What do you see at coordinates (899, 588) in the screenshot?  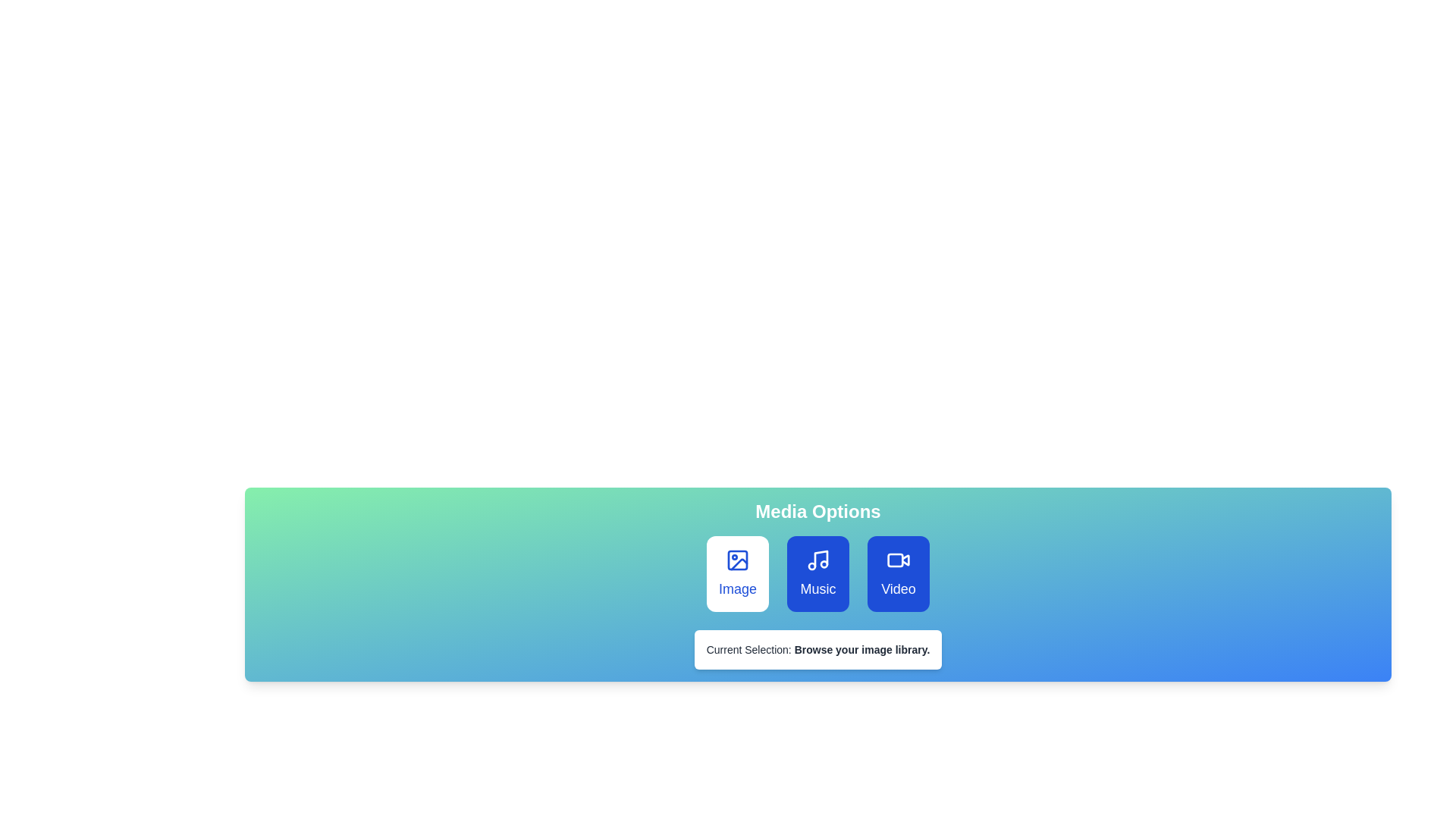 I see `text content of the 'Video' label, which is displayed in a medium-large white font on a blue background, located within the third button of a row in the footer` at bounding box center [899, 588].